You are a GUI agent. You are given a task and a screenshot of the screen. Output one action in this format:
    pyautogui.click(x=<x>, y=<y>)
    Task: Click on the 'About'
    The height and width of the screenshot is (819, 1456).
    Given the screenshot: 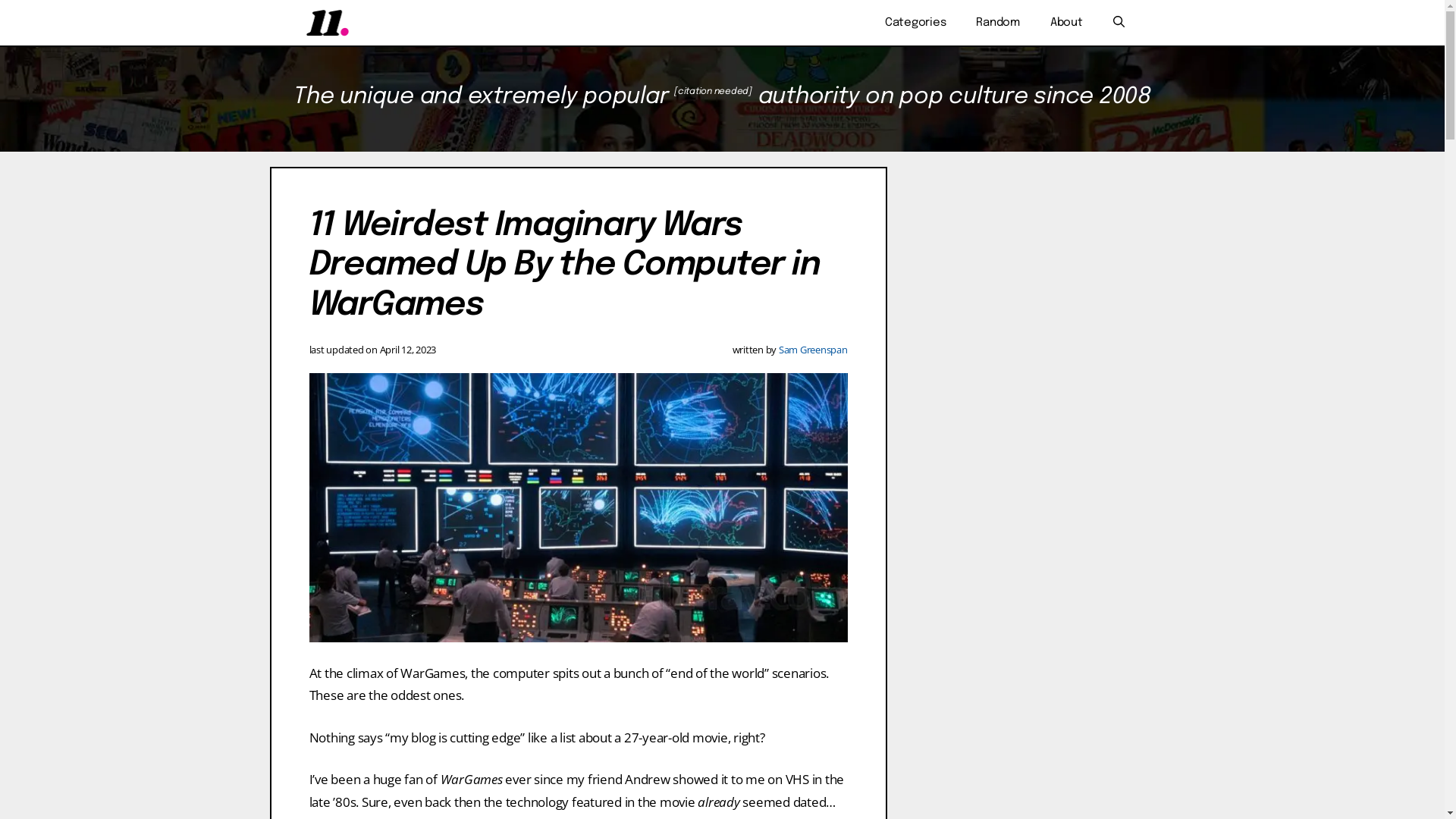 What is the action you would take?
    pyautogui.click(x=1065, y=23)
    